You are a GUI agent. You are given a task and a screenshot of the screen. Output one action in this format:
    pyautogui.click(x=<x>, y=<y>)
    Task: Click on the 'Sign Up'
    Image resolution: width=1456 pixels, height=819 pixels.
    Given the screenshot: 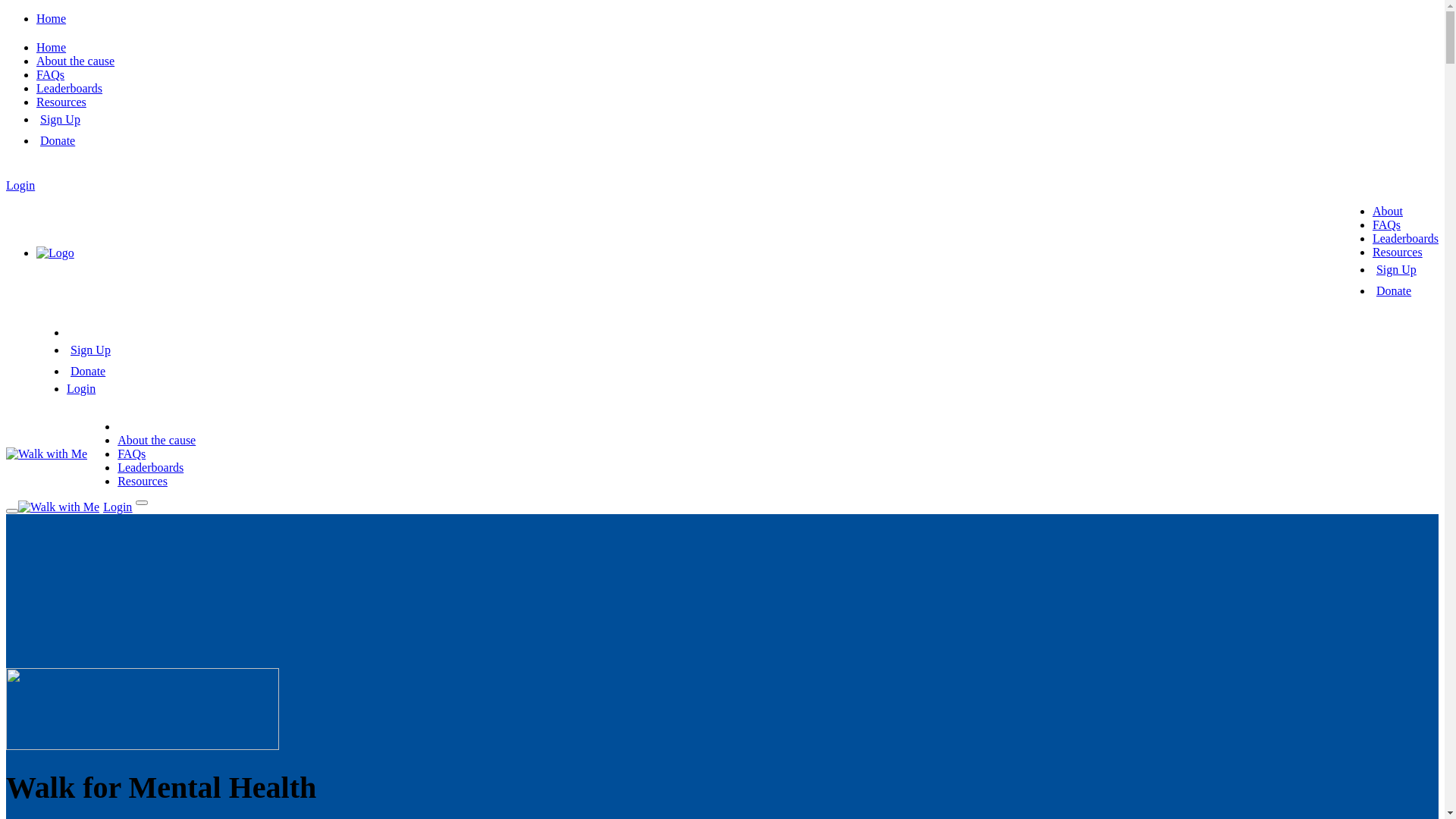 What is the action you would take?
    pyautogui.click(x=1376, y=268)
    